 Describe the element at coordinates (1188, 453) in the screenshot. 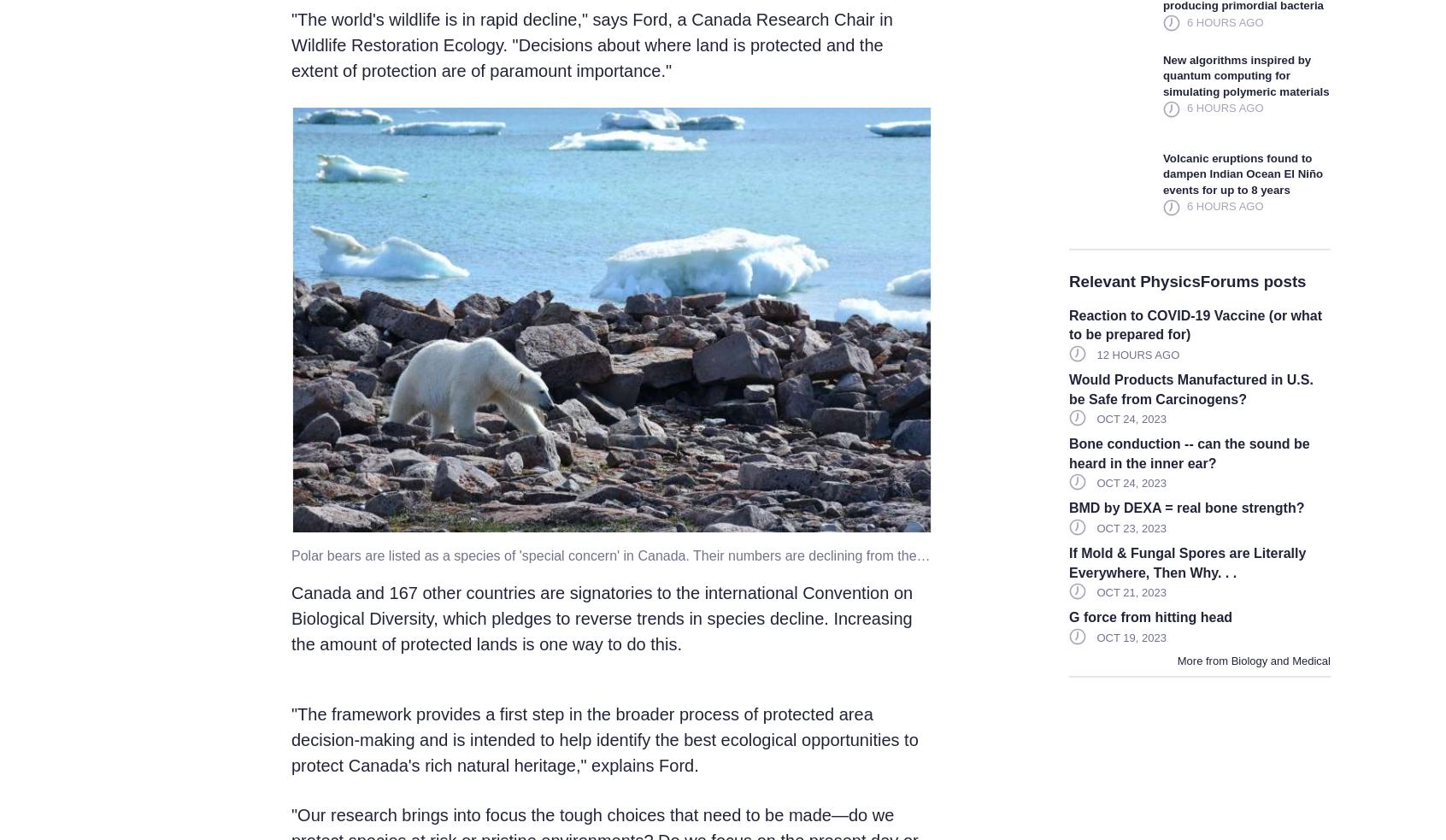

I see `'Bone conduction -- can the sound be heard in the inner ear?'` at that location.